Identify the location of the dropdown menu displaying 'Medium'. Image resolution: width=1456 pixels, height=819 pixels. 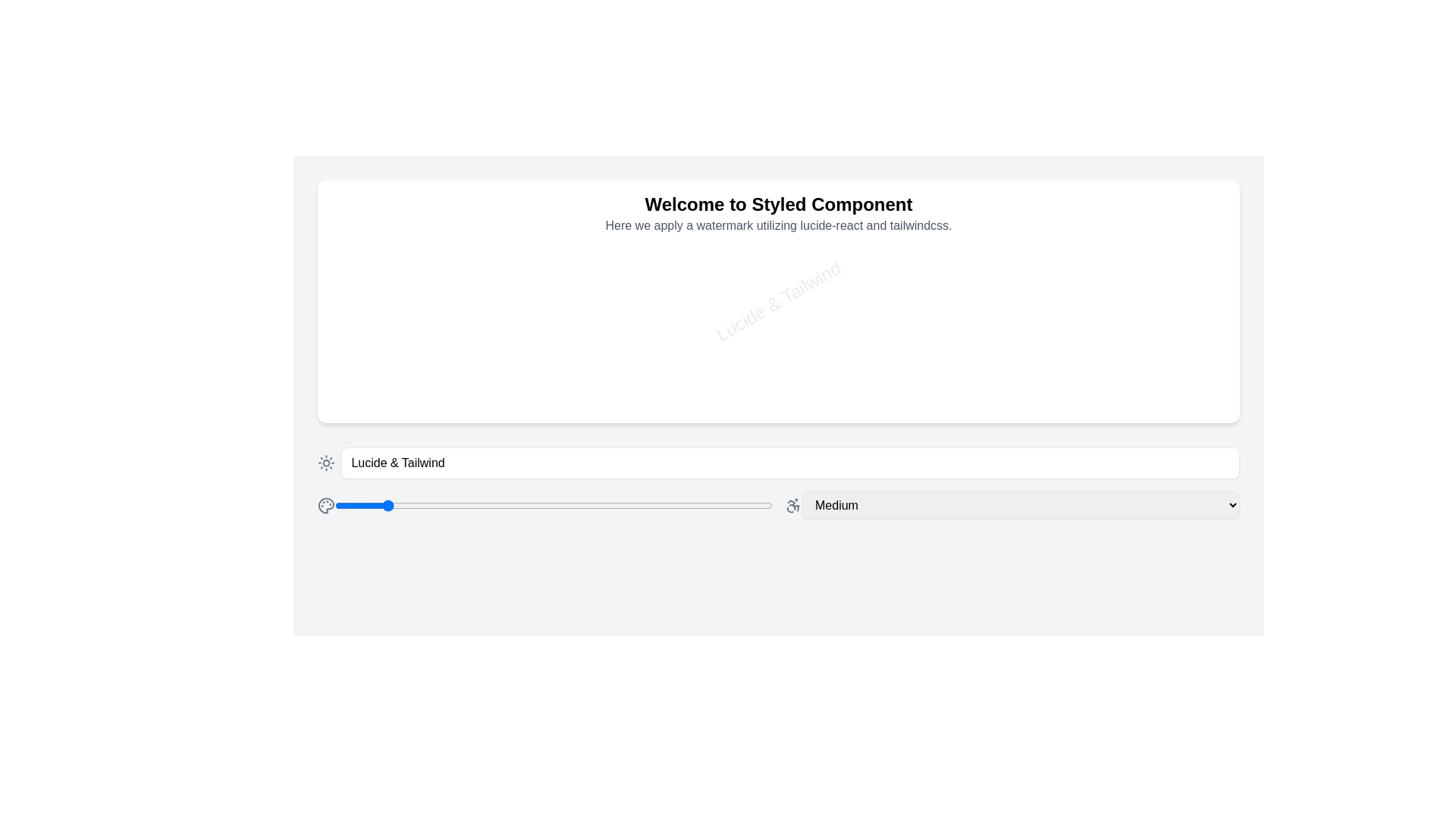
(1021, 505).